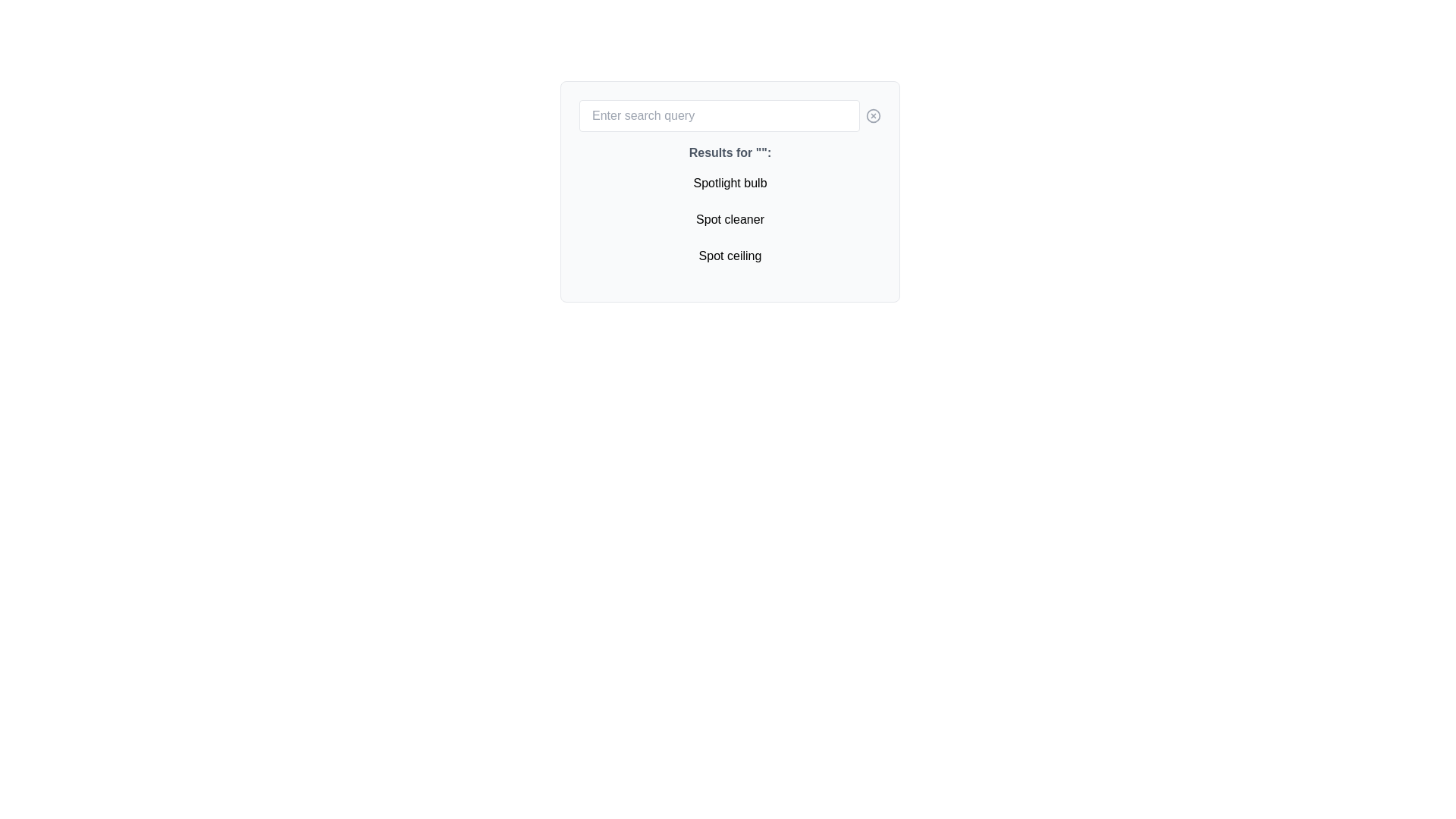 The height and width of the screenshot is (819, 1456). I want to click on character 'g' which is the 12th letter in the displayed search result 'Spotlight bulb' located in the first item of the vertically oriented list below the search input box, so click(726, 182).